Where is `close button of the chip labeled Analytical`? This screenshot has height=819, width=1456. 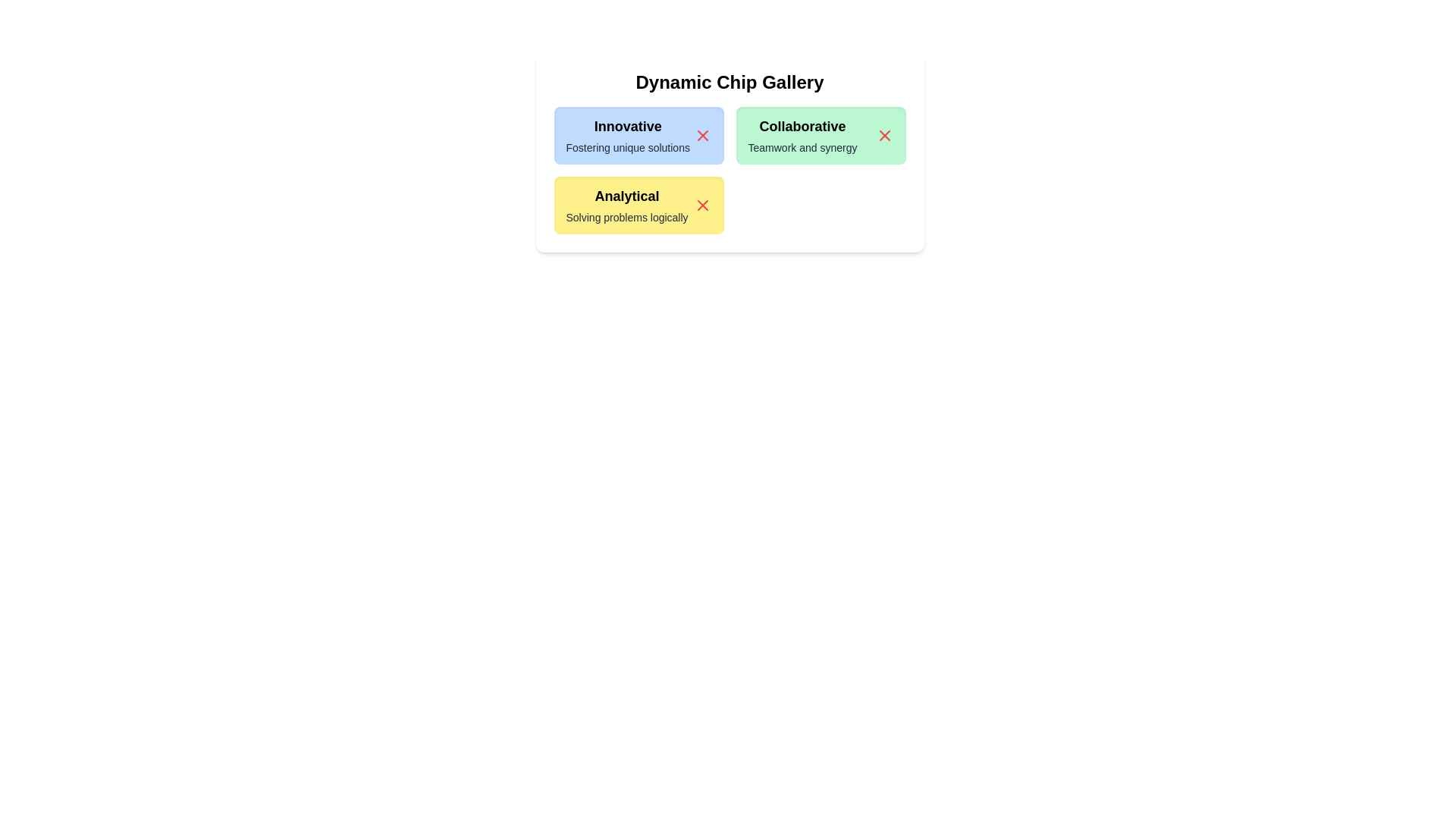
close button of the chip labeled Analytical is located at coordinates (701, 205).